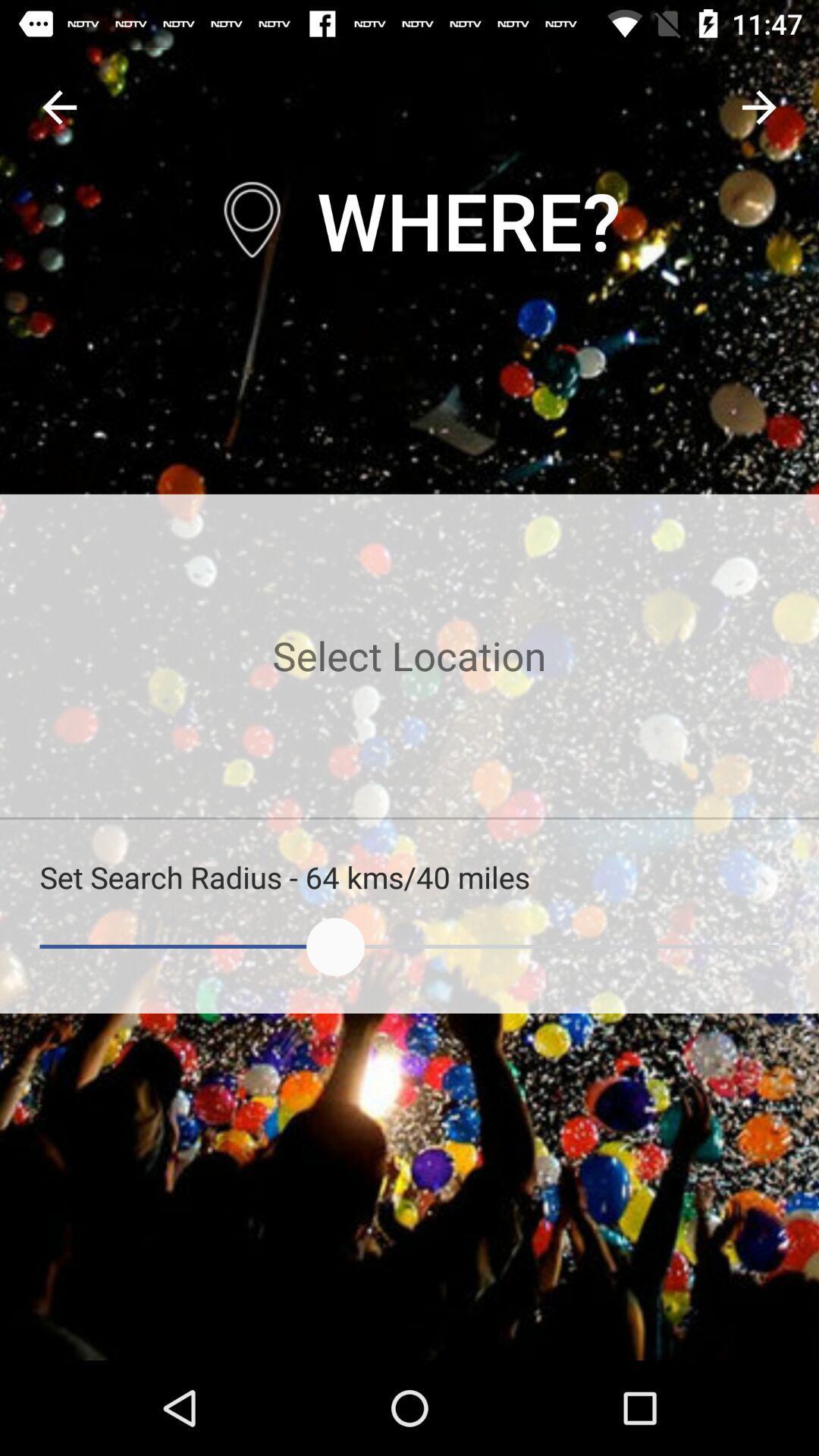 The image size is (819, 1456). What do you see at coordinates (759, 106) in the screenshot?
I see `the arrow_forward icon` at bounding box center [759, 106].